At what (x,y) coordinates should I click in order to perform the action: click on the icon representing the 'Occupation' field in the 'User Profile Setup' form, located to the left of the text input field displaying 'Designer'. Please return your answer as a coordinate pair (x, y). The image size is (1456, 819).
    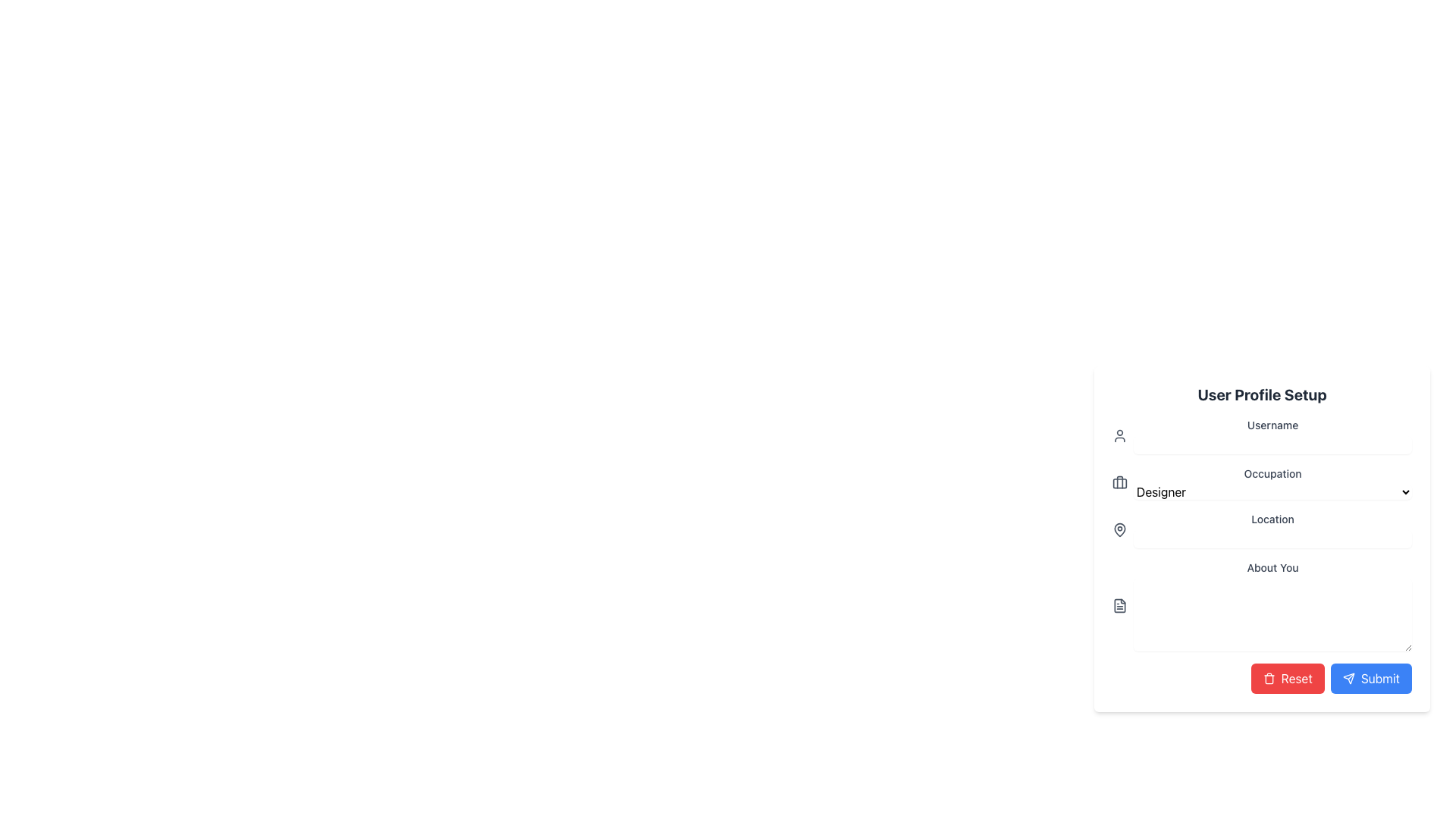
    Looking at the image, I should click on (1120, 482).